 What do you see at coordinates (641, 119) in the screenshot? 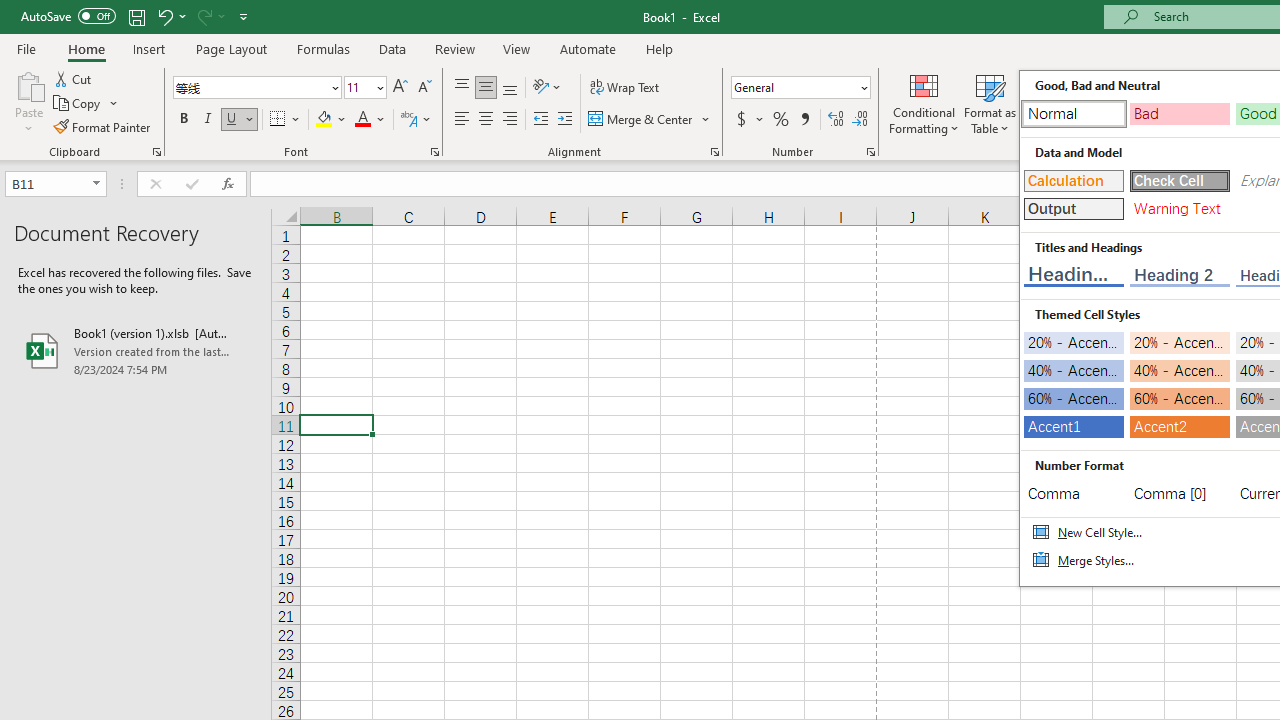
I see `'Merge & Center'` at bounding box center [641, 119].